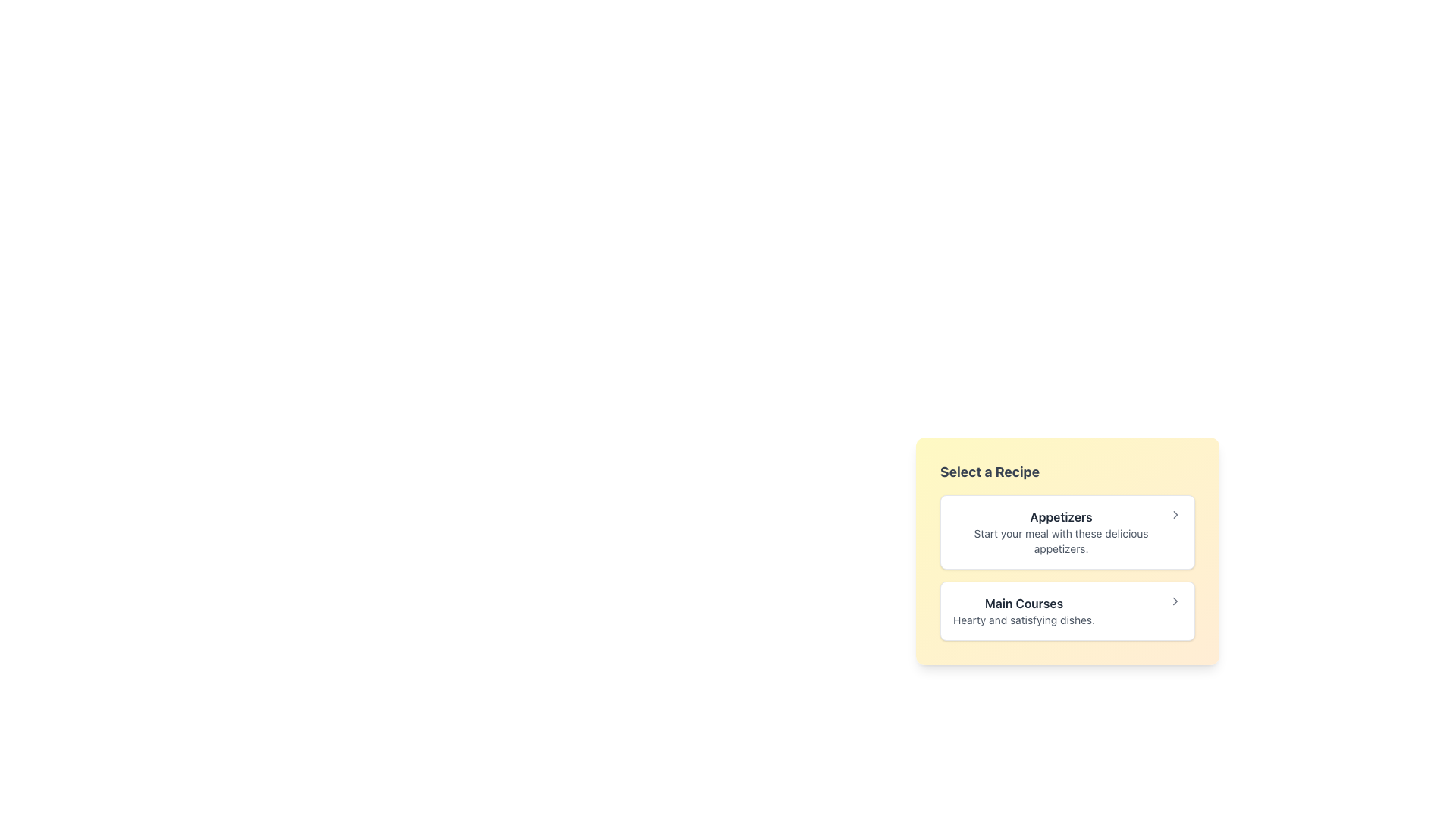  What do you see at coordinates (1066, 610) in the screenshot?
I see `the List Item displaying 'Main Courses' with a description 'Hearty and satisfying dishes.'` at bounding box center [1066, 610].